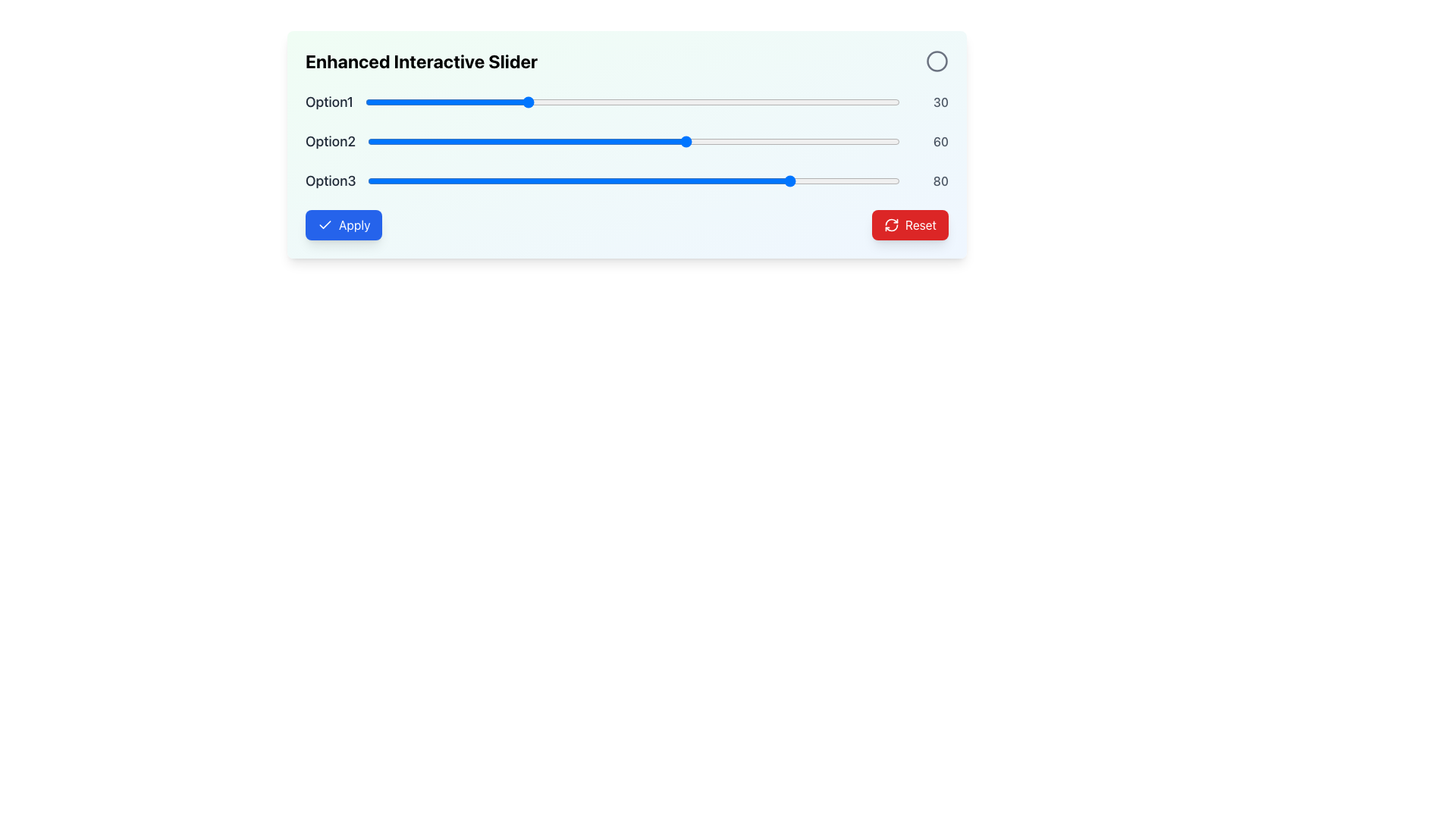 The height and width of the screenshot is (819, 1456). Describe the element at coordinates (541, 102) in the screenshot. I see `the value of the slider` at that location.